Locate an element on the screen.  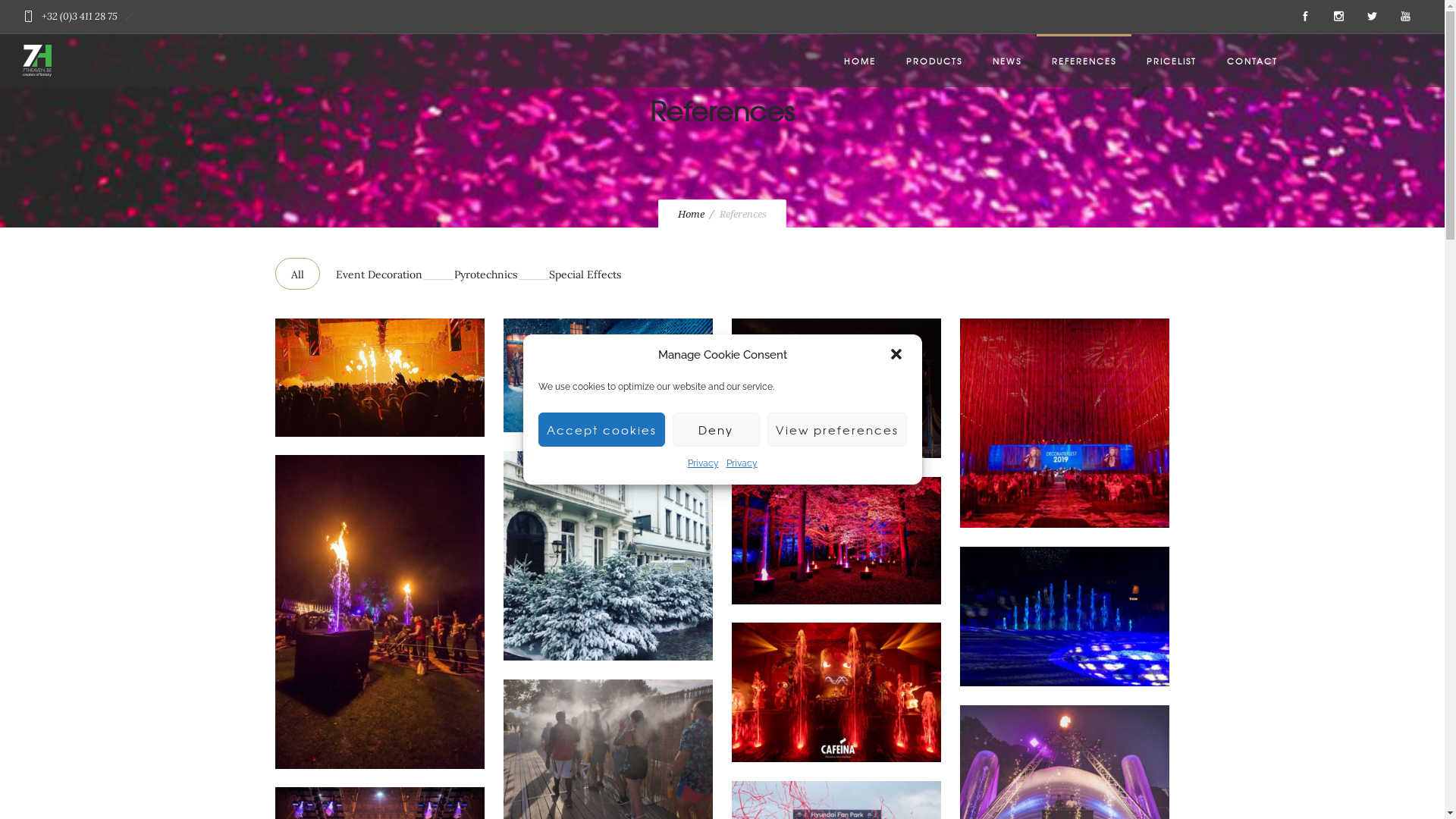
'All' is located at coordinates (297, 274).